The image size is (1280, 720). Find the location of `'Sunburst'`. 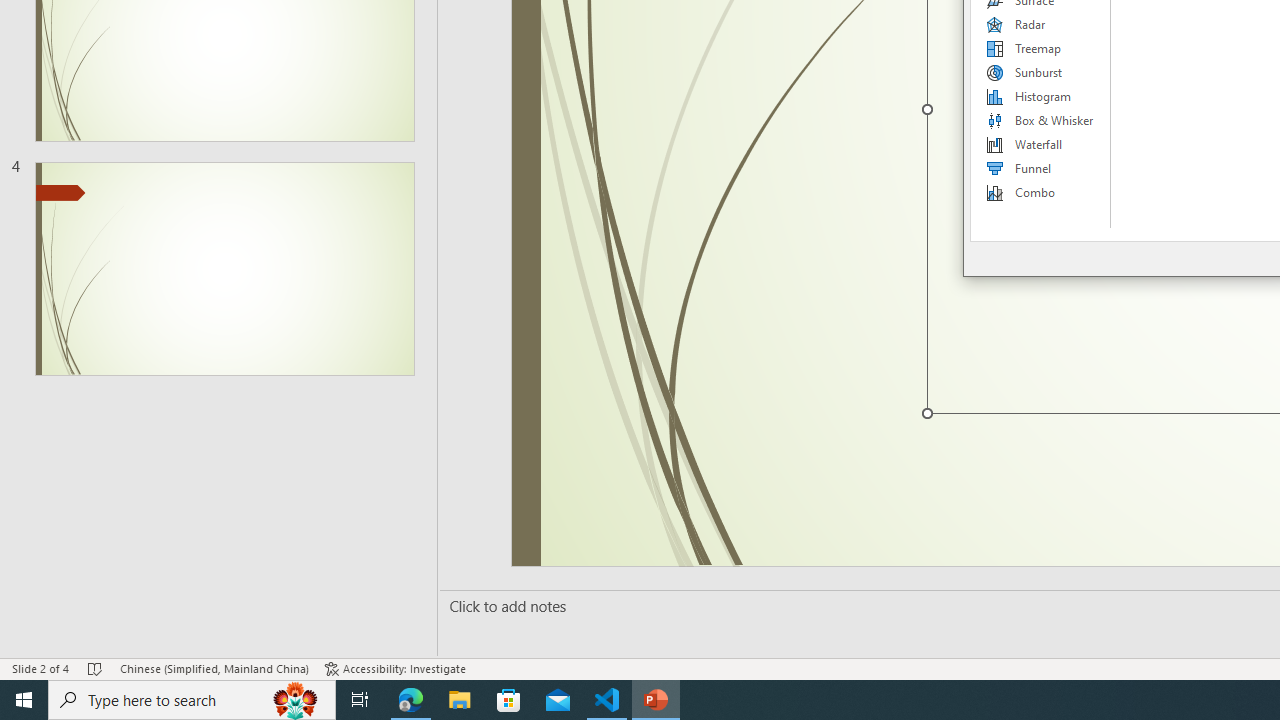

'Sunburst' is located at coordinates (1040, 72).